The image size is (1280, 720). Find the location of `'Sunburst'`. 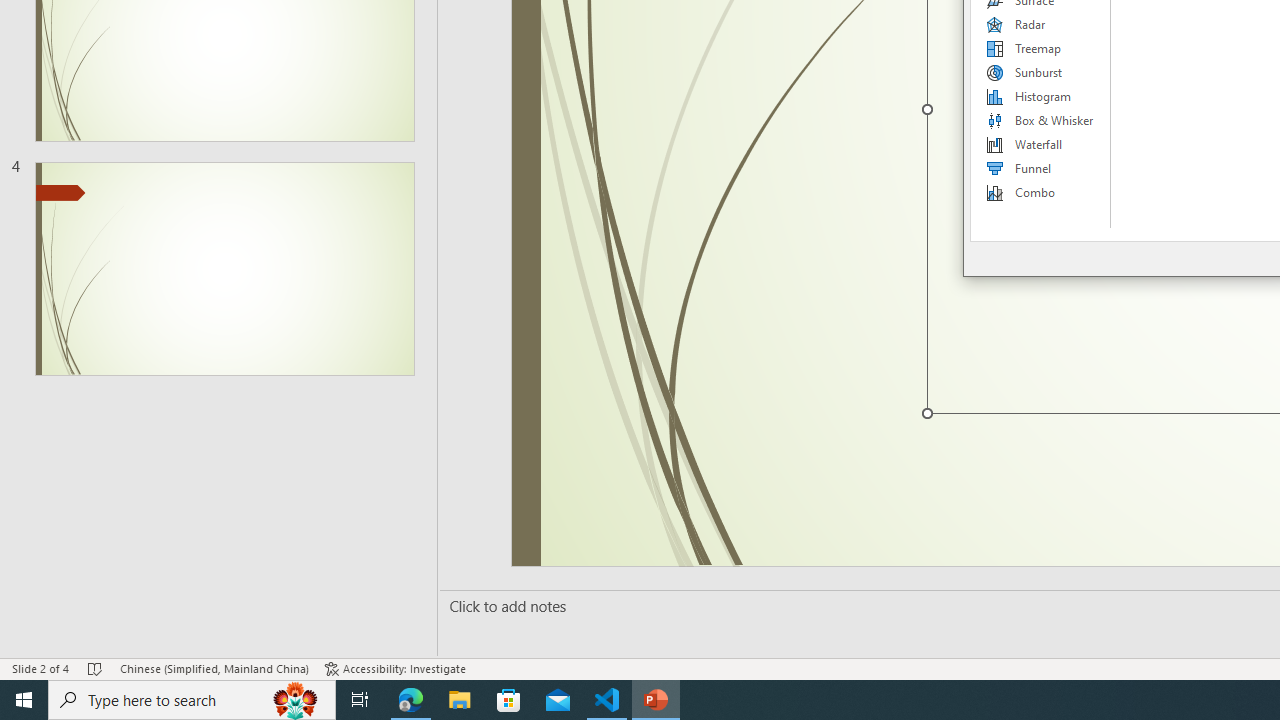

'Sunburst' is located at coordinates (1040, 72).